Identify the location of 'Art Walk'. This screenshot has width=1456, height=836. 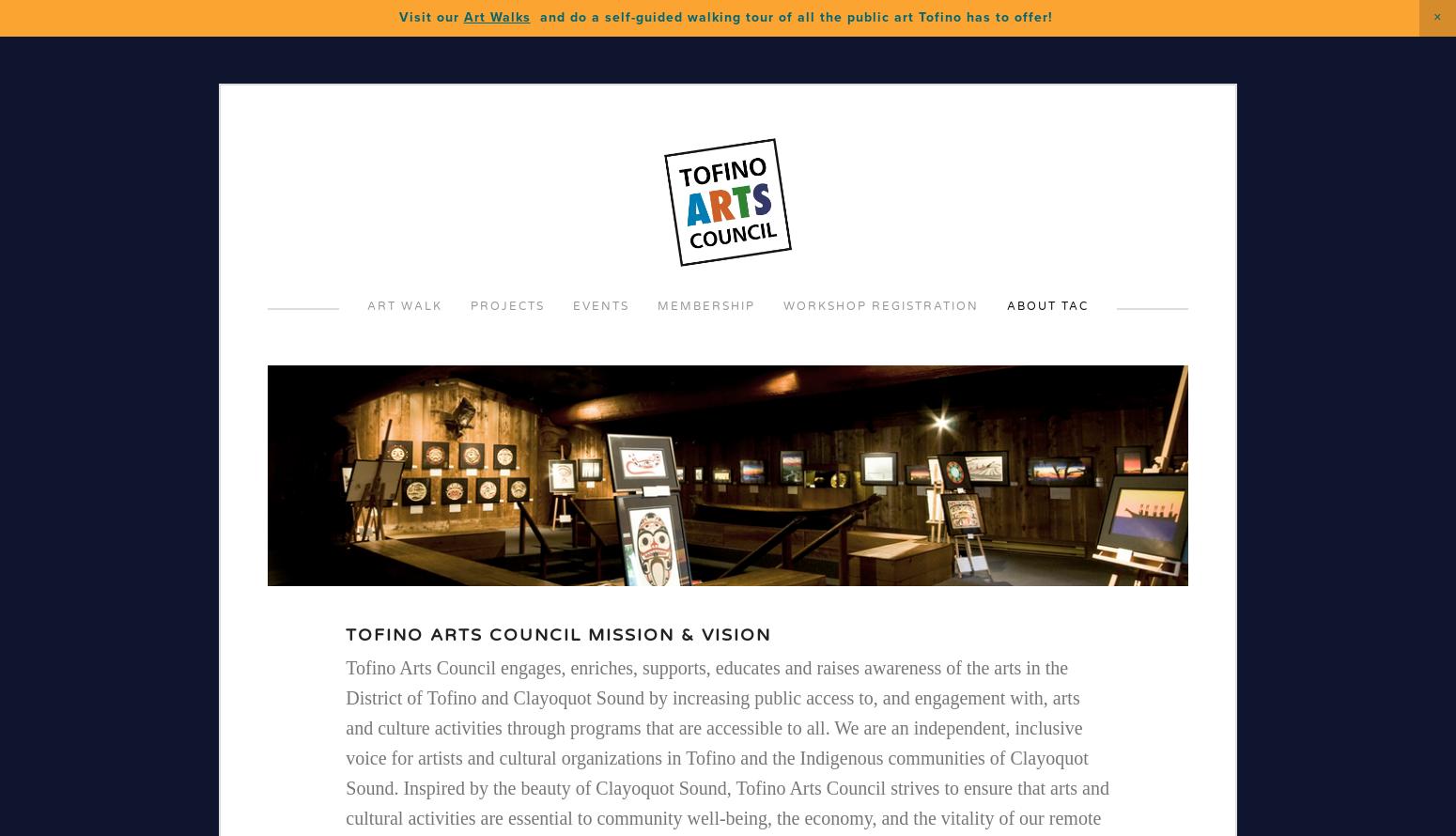
(405, 305).